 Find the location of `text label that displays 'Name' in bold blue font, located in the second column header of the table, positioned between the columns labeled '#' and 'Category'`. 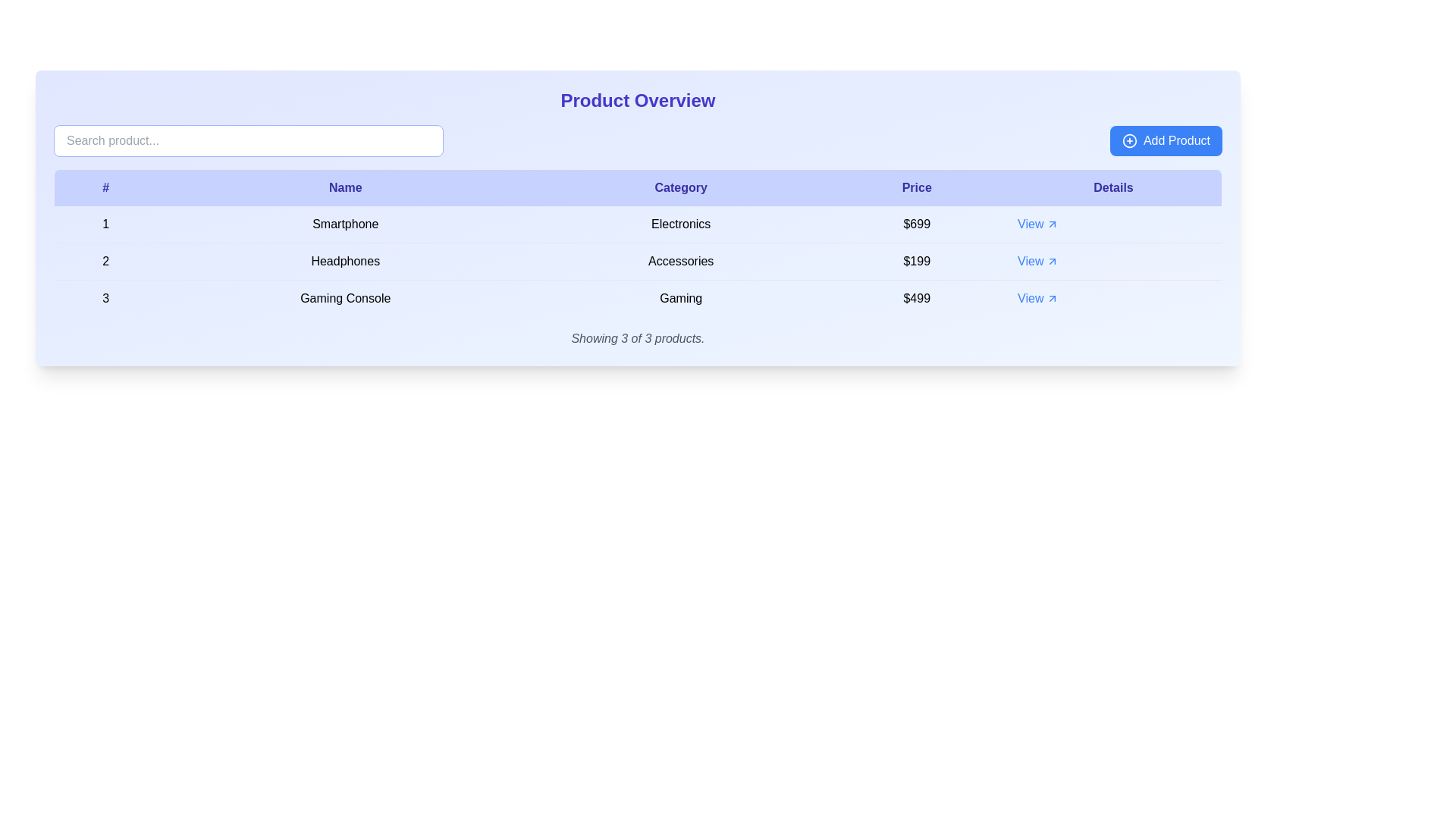

text label that displays 'Name' in bold blue font, located in the second column header of the table, positioned between the columns labeled '#' and 'Category' is located at coordinates (344, 187).